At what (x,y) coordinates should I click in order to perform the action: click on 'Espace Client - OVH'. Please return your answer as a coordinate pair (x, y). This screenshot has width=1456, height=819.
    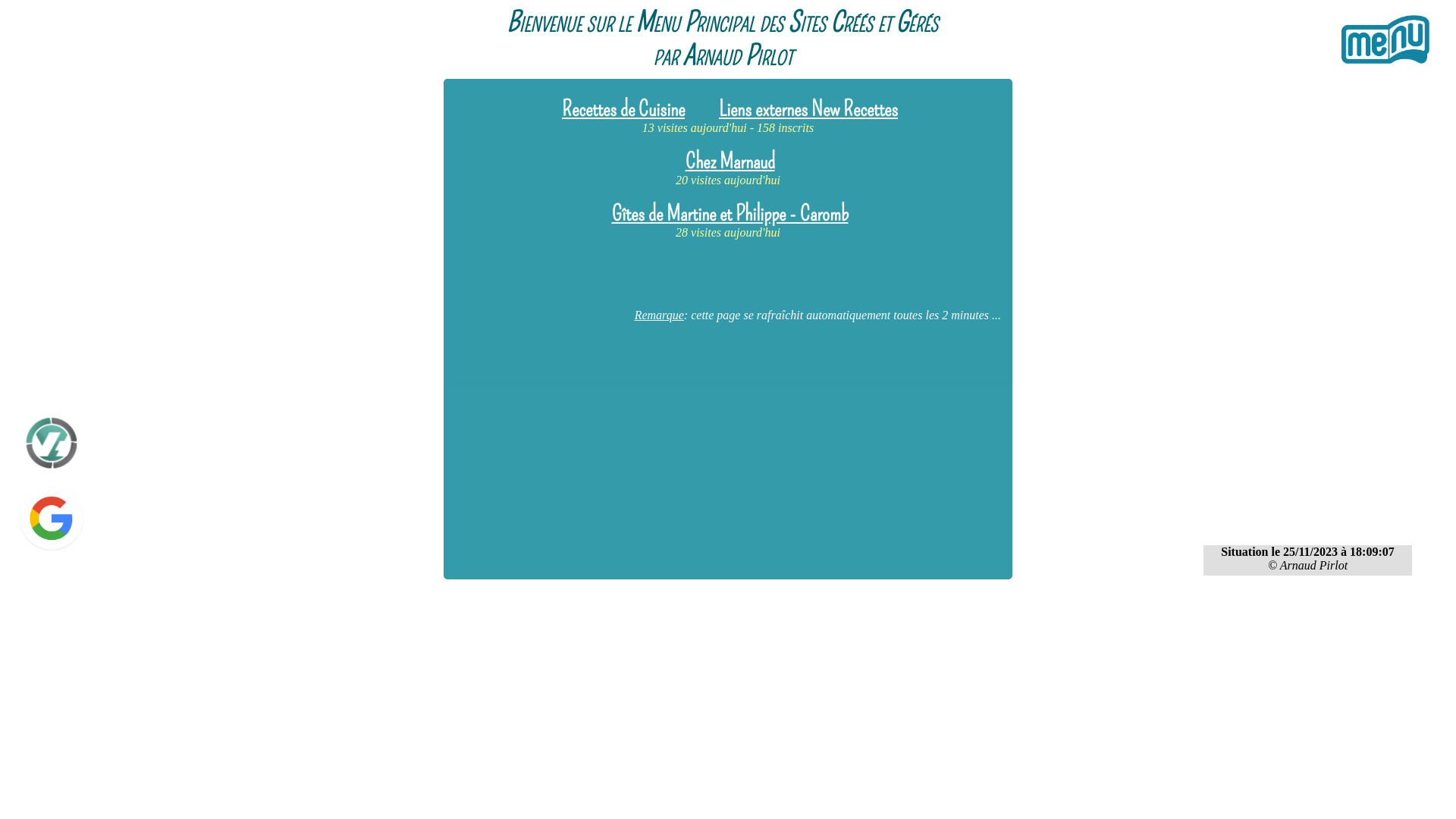
    Looking at the image, I should click on (25, 442).